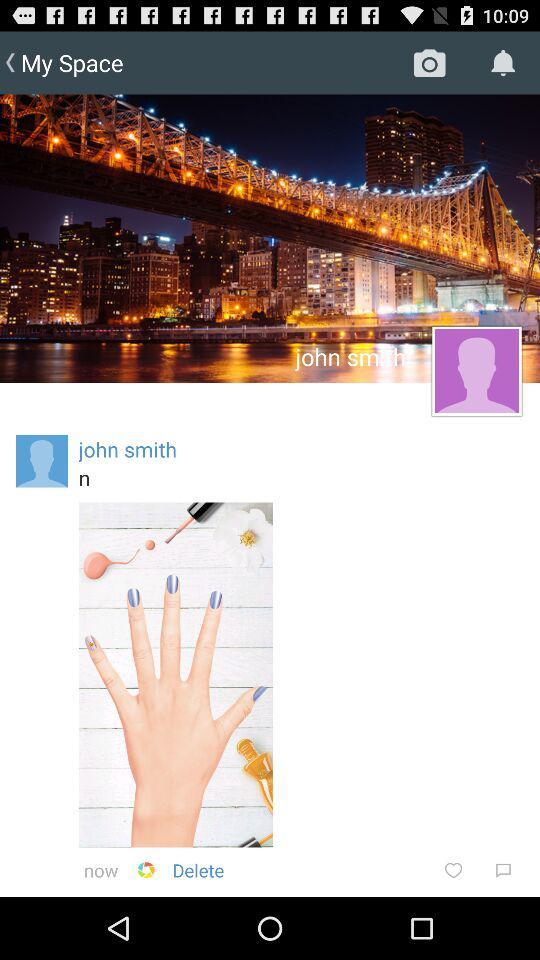  Describe the element at coordinates (300, 477) in the screenshot. I see `the item below john smith item` at that location.